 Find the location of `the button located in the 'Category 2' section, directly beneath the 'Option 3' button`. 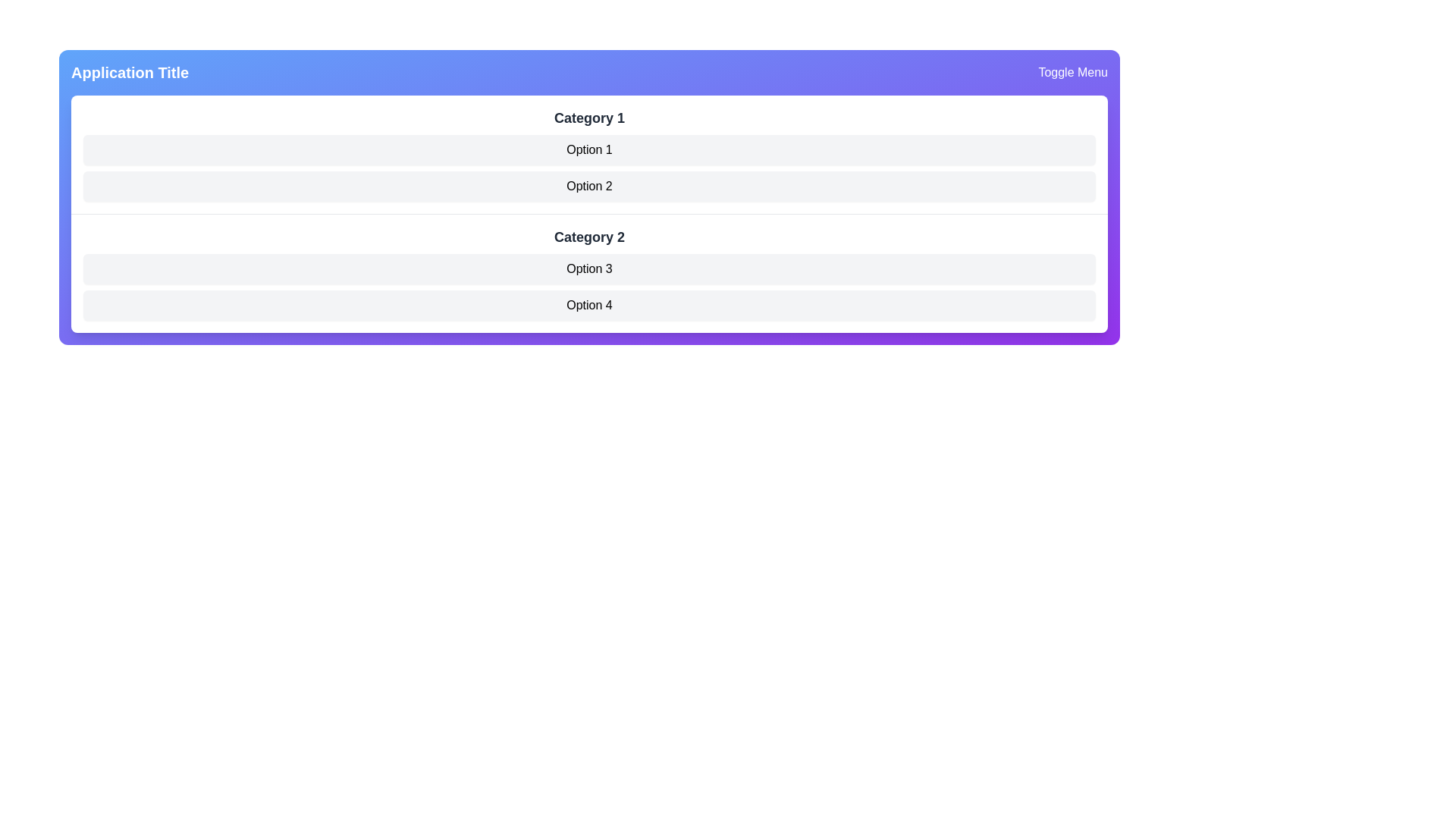

the button located in the 'Category 2' section, directly beneath the 'Option 3' button is located at coordinates (588, 305).